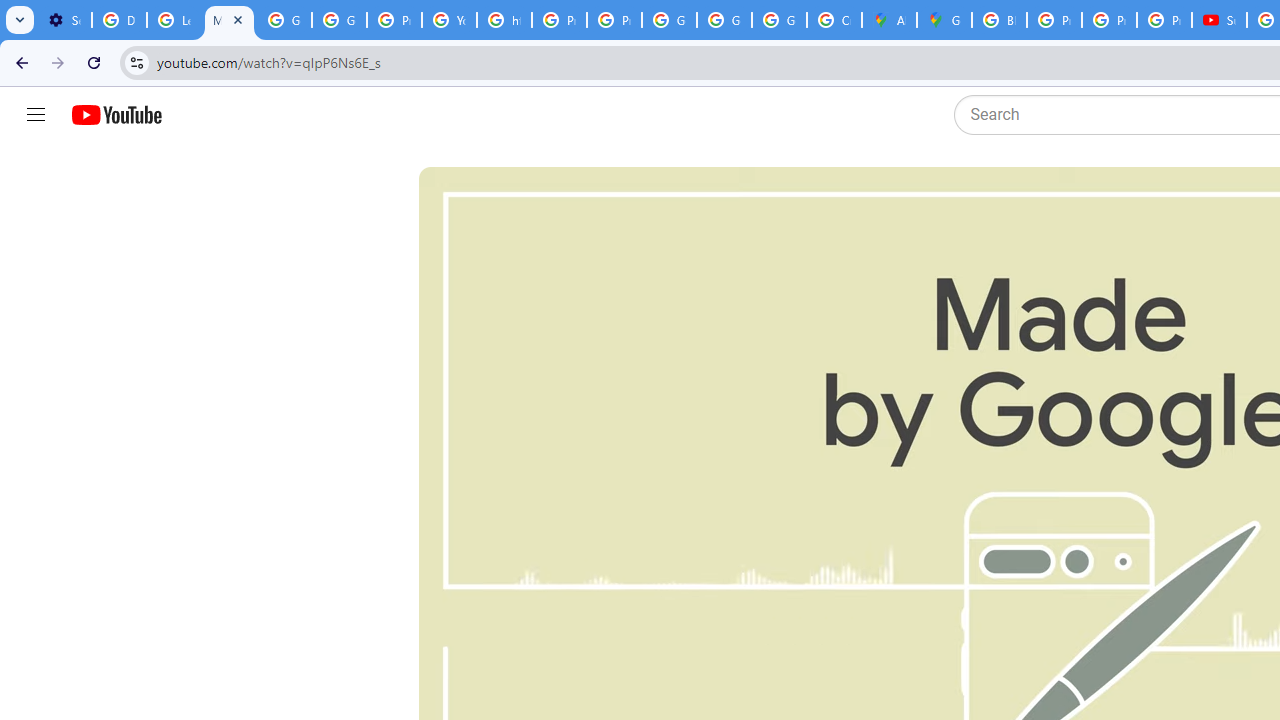 The width and height of the screenshot is (1280, 720). What do you see at coordinates (118, 20) in the screenshot?
I see `'Delete photos & videos - Computer - Google Photos Help'` at bounding box center [118, 20].